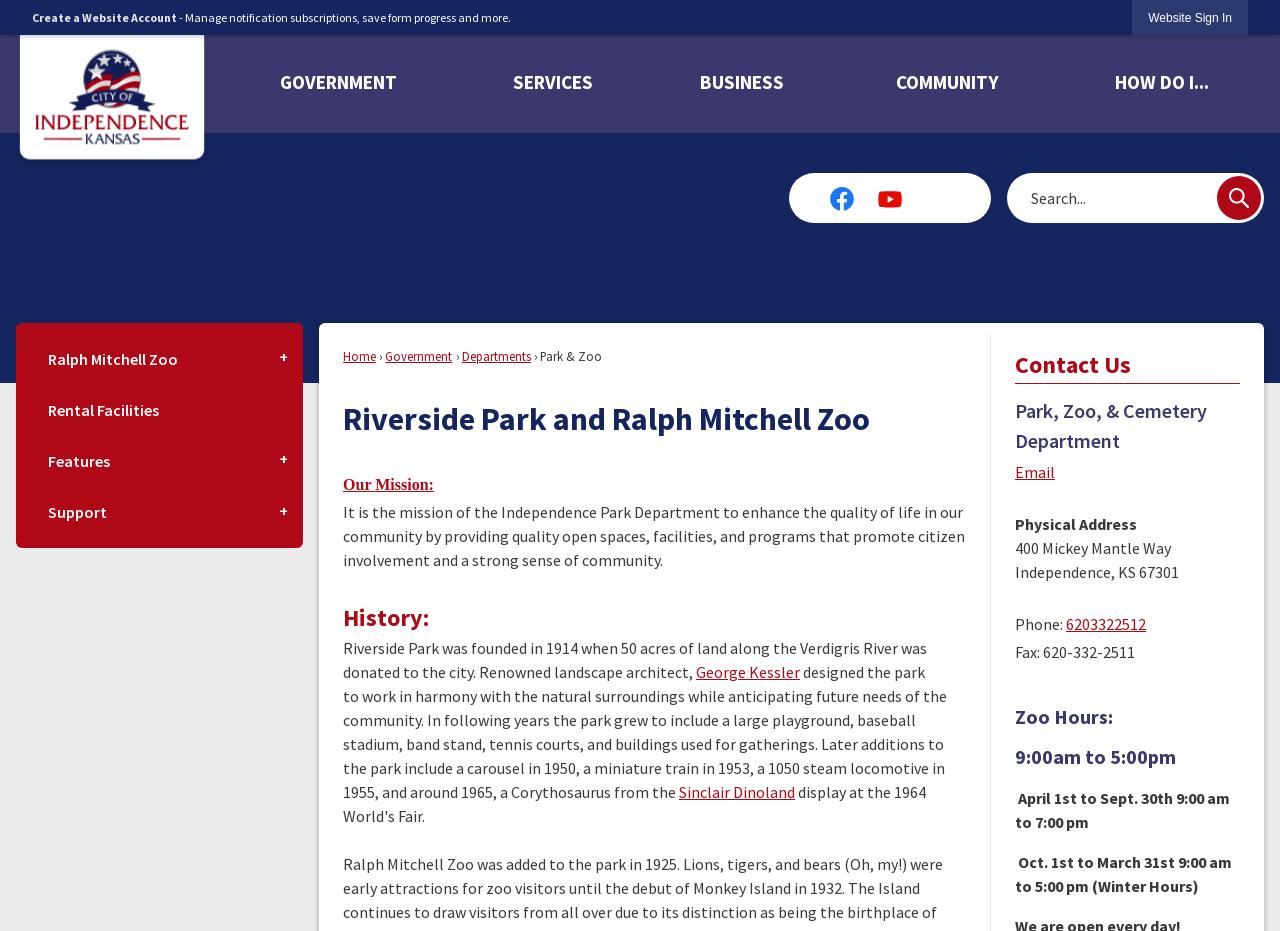  I want to click on 'Park, Zoo, & Cemetery Department', so click(1109, 424).